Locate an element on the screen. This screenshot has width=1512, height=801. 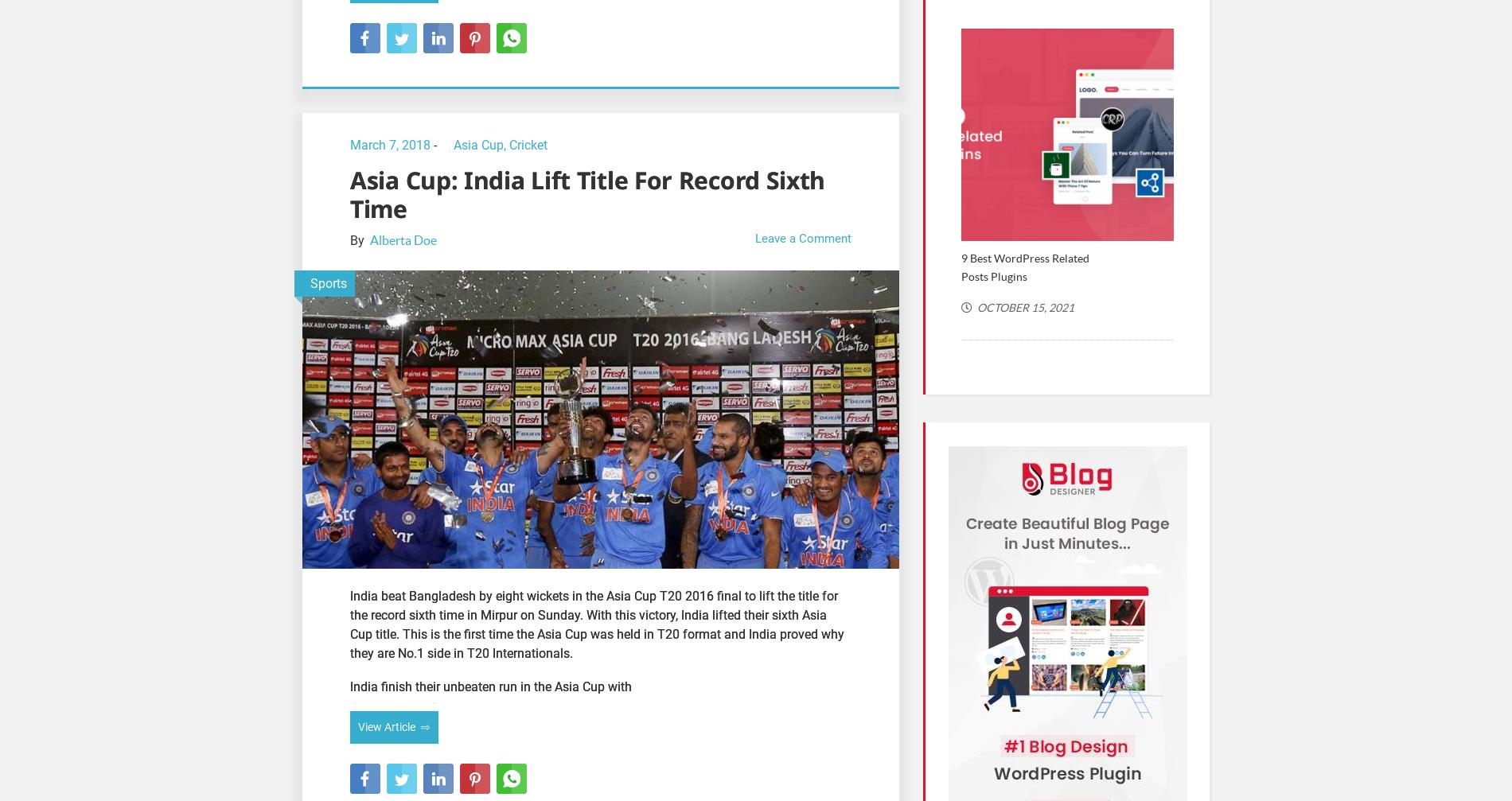
'September 22, 2021' is located at coordinates (1241, 325).